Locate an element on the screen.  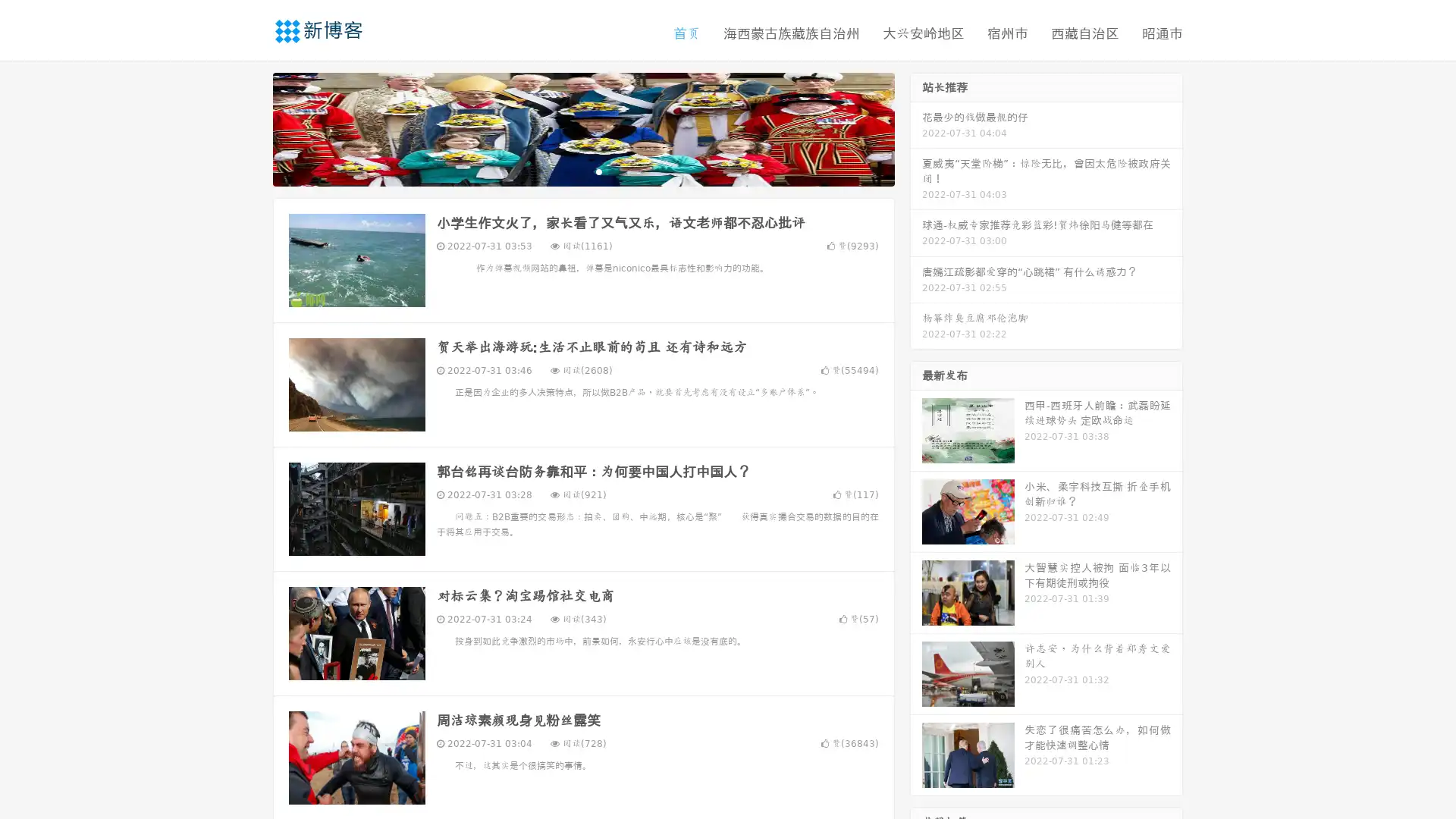
Go to slide 3 is located at coordinates (598, 171).